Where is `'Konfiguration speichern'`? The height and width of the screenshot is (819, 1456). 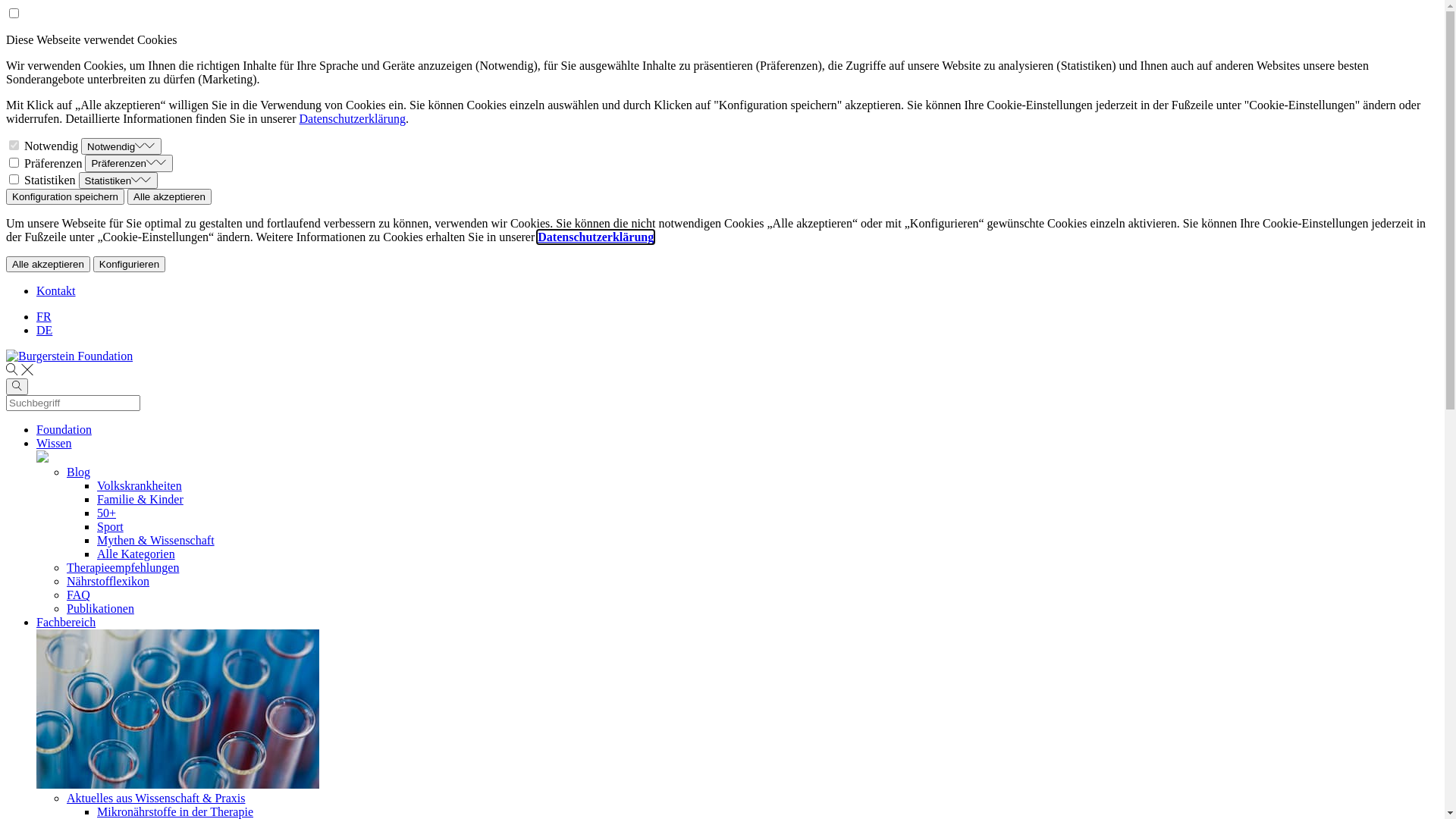 'Konfiguration speichern' is located at coordinates (64, 196).